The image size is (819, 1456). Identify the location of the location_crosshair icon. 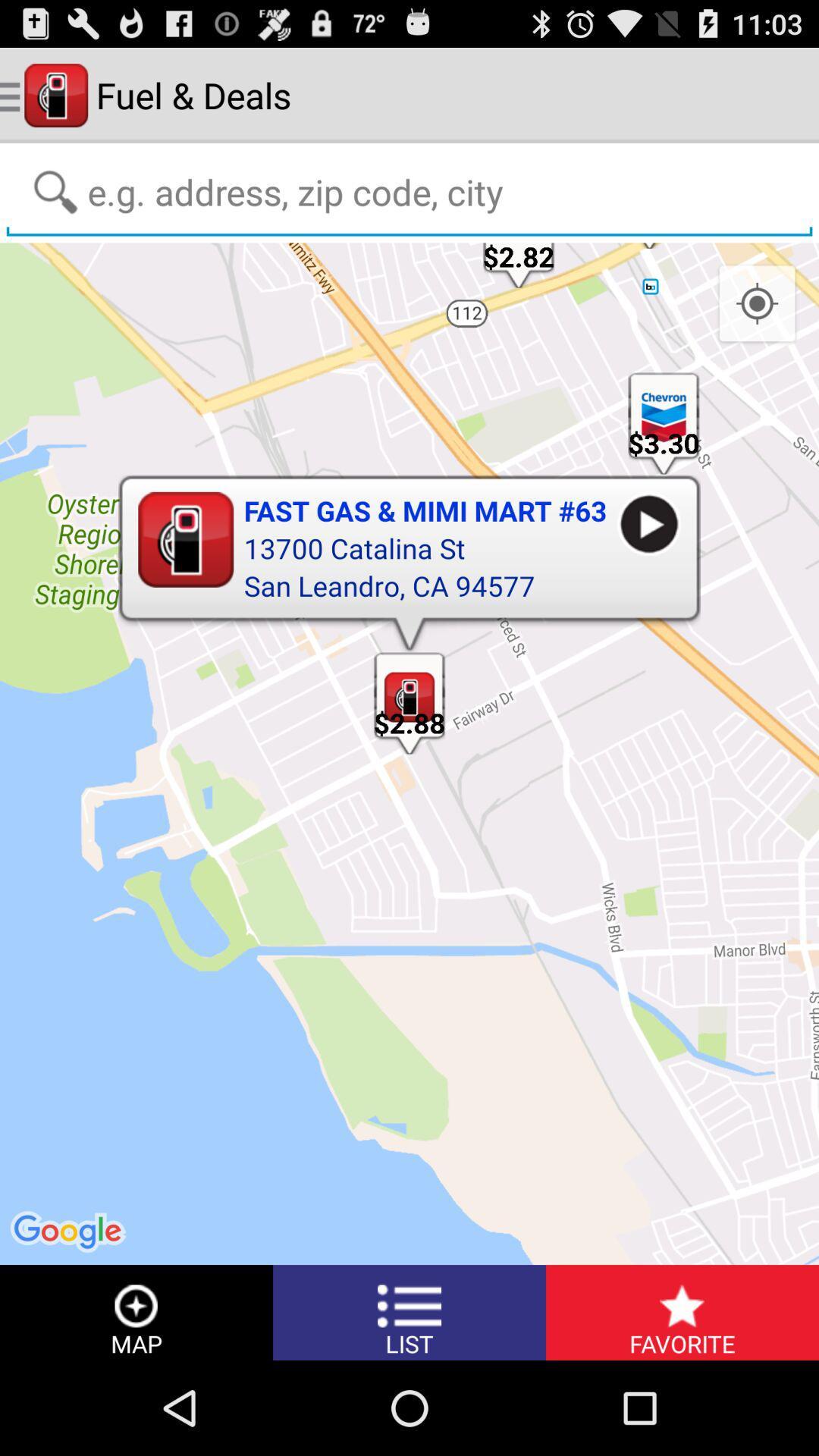
(757, 325).